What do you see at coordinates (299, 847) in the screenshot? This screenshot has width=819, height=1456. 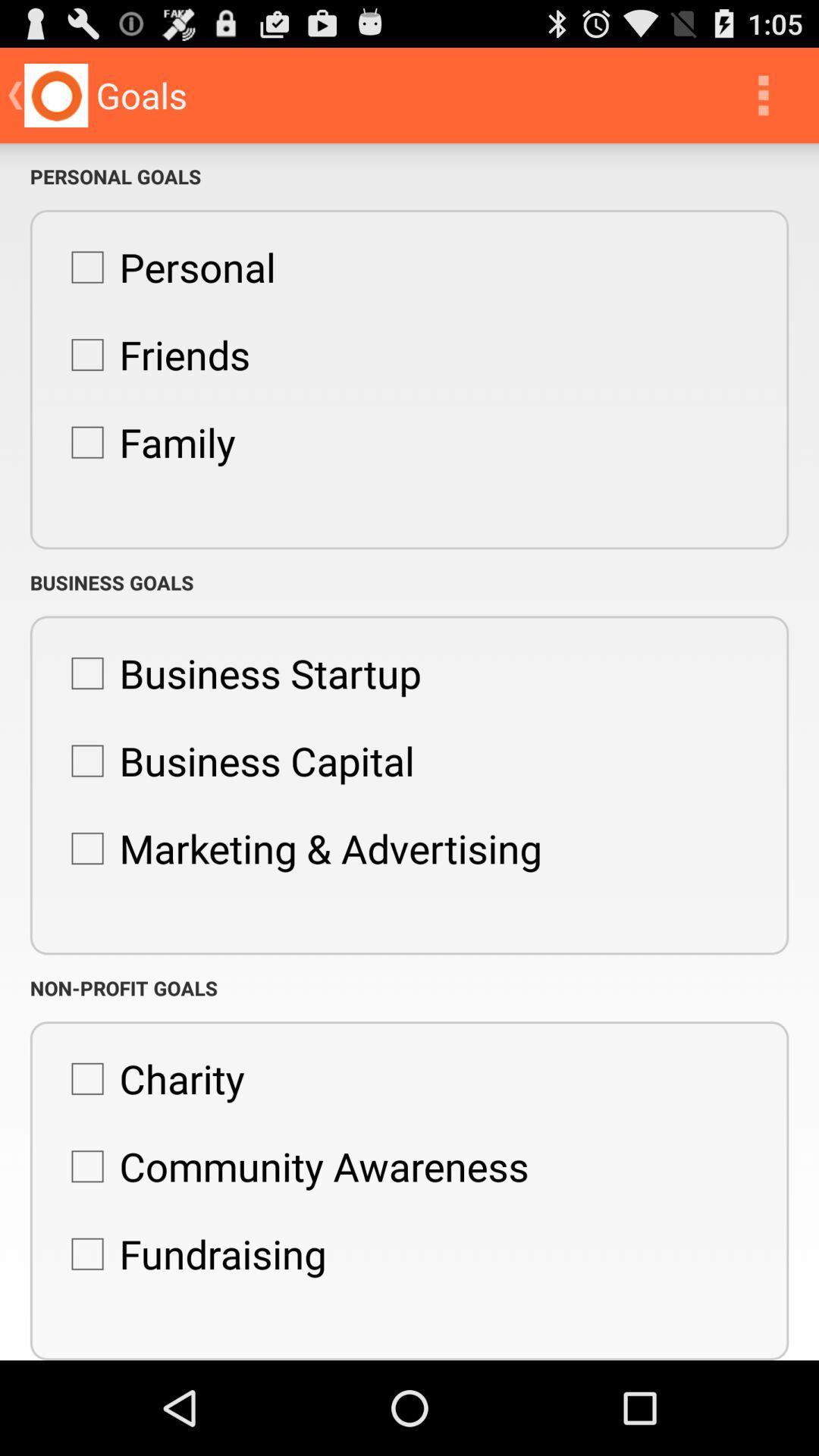 I see `item below the business capital` at bounding box center [299, 847].